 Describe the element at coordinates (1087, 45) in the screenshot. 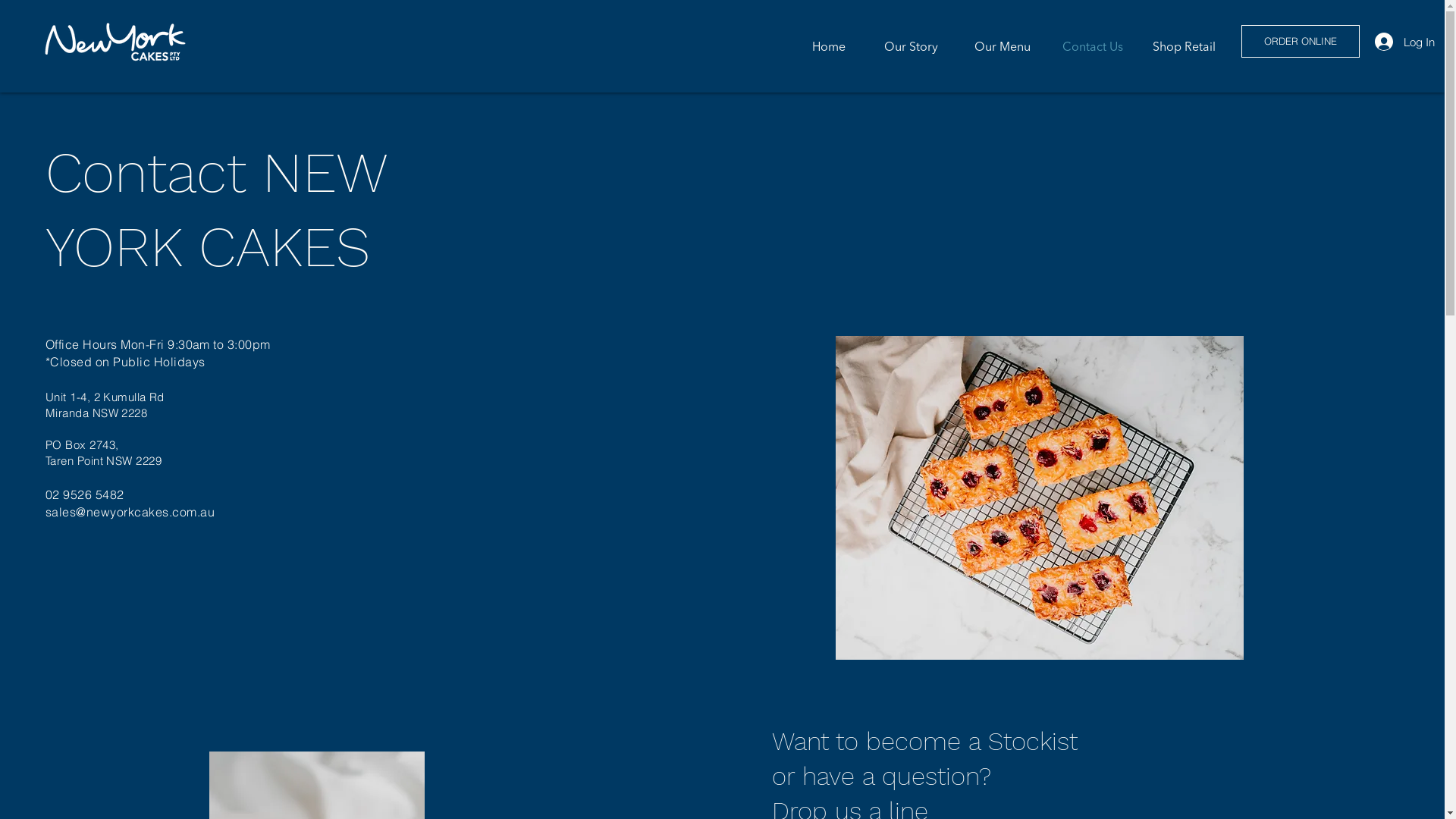

I see `'Contact Us'` at that location.